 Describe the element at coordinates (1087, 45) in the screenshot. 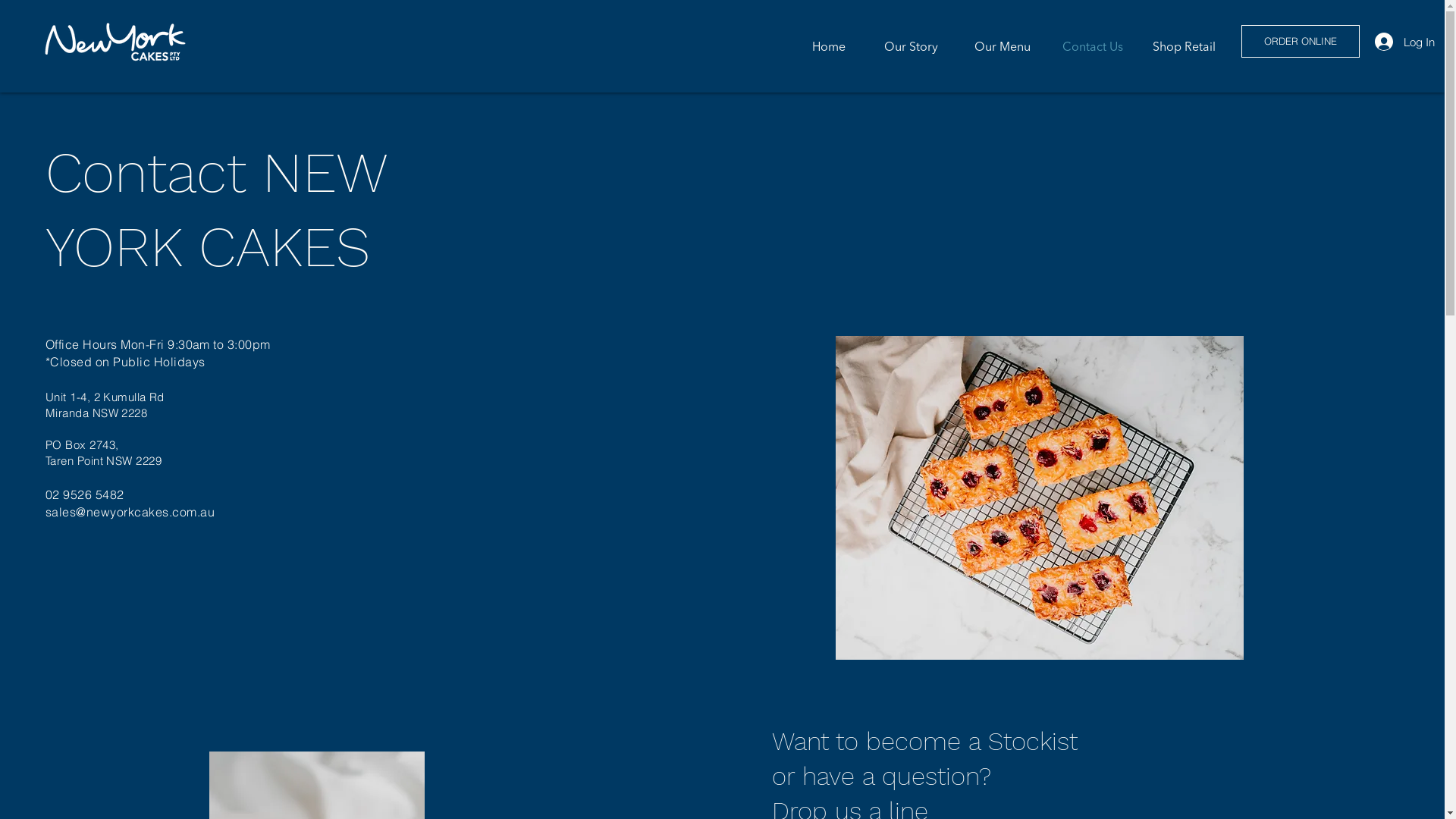

I see `'Contact Us'` at that location.